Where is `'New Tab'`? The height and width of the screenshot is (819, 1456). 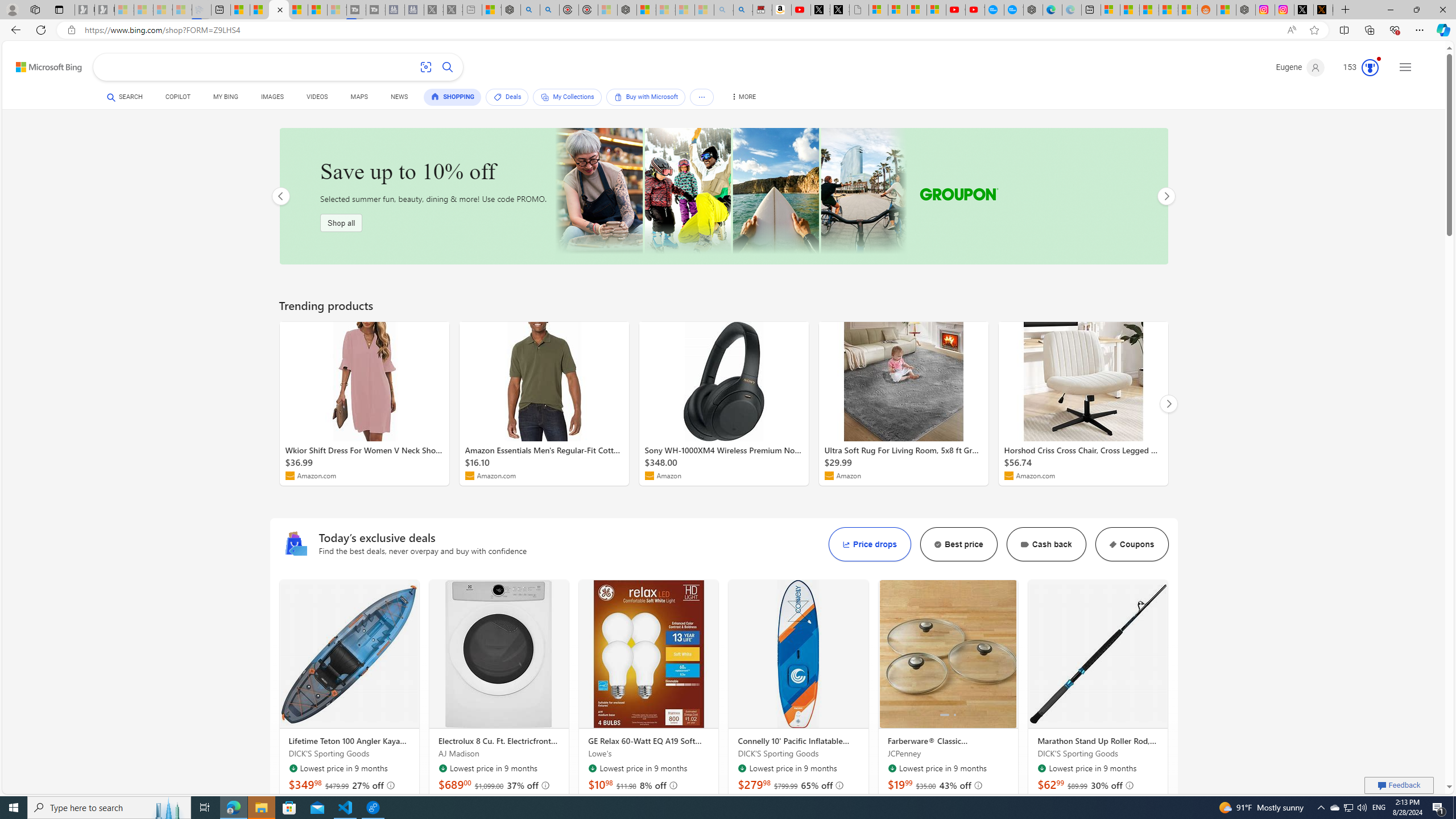
'New Tab' is located at coordinates (1345, 9).